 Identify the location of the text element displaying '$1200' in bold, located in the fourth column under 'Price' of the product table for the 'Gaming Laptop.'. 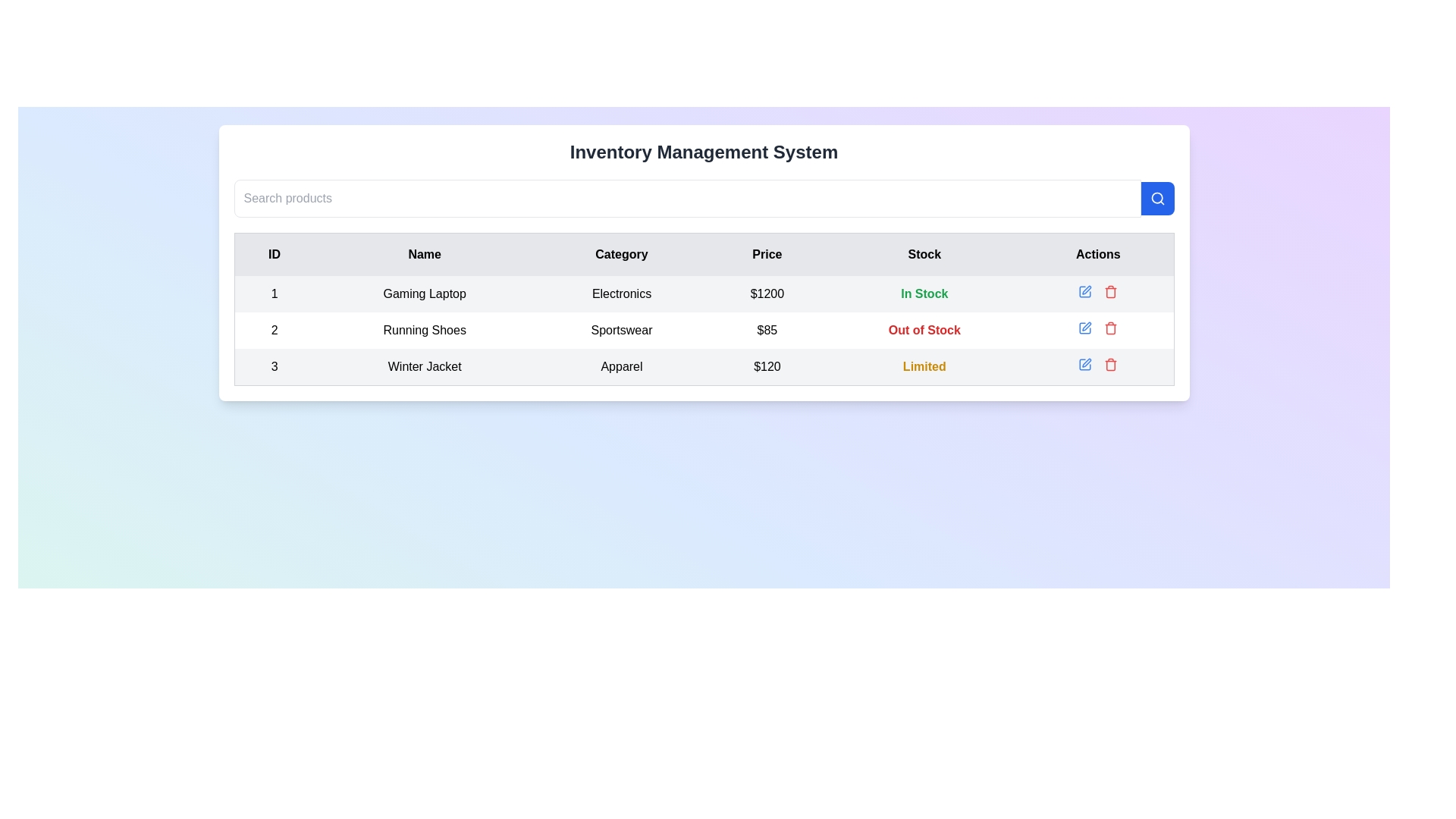
(767, 294).